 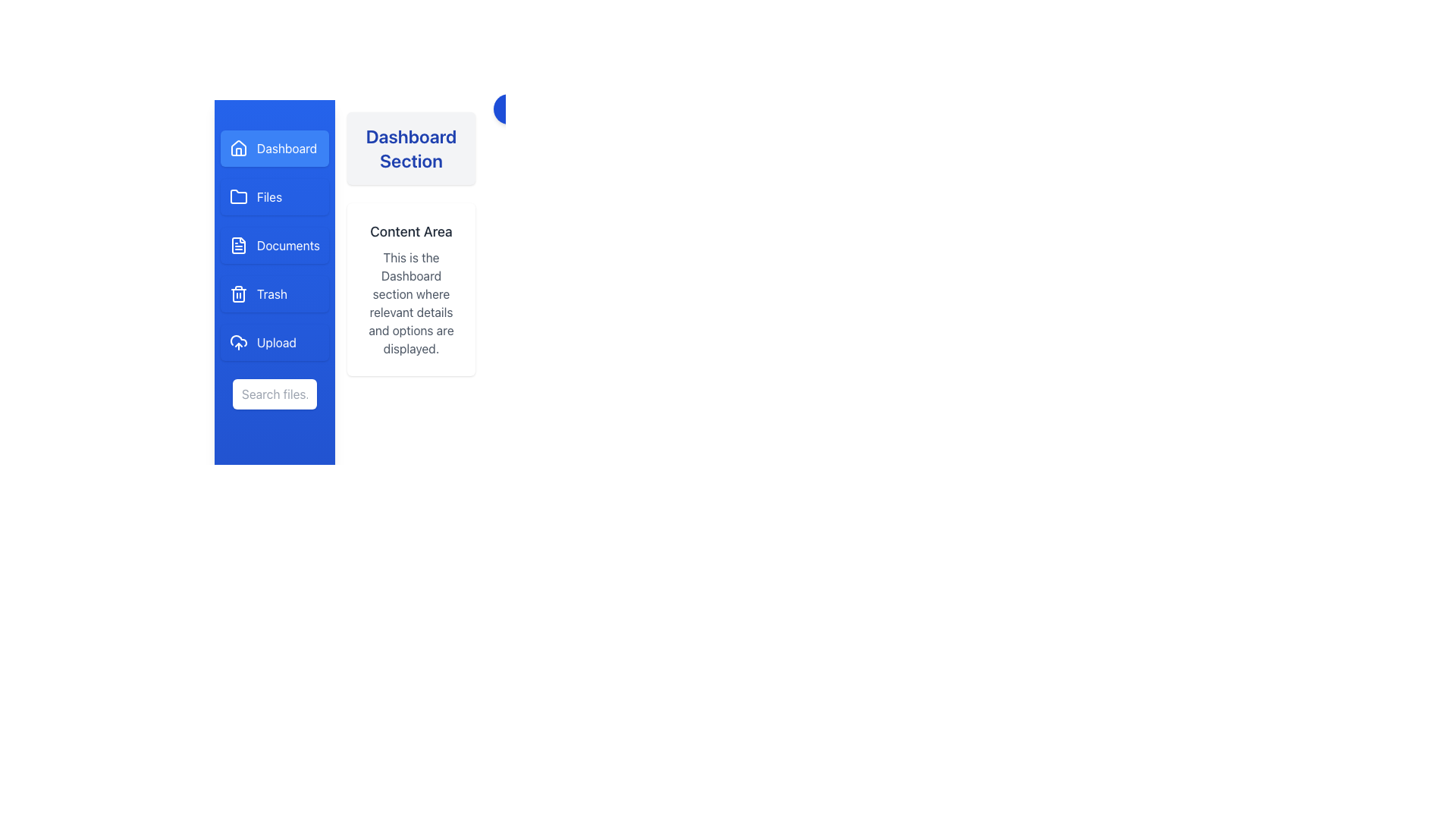 I want to click on the Text Label that serves as a title or heading for the card's content, providing context about the data or features presented within the section, so click(x=411, y=231).